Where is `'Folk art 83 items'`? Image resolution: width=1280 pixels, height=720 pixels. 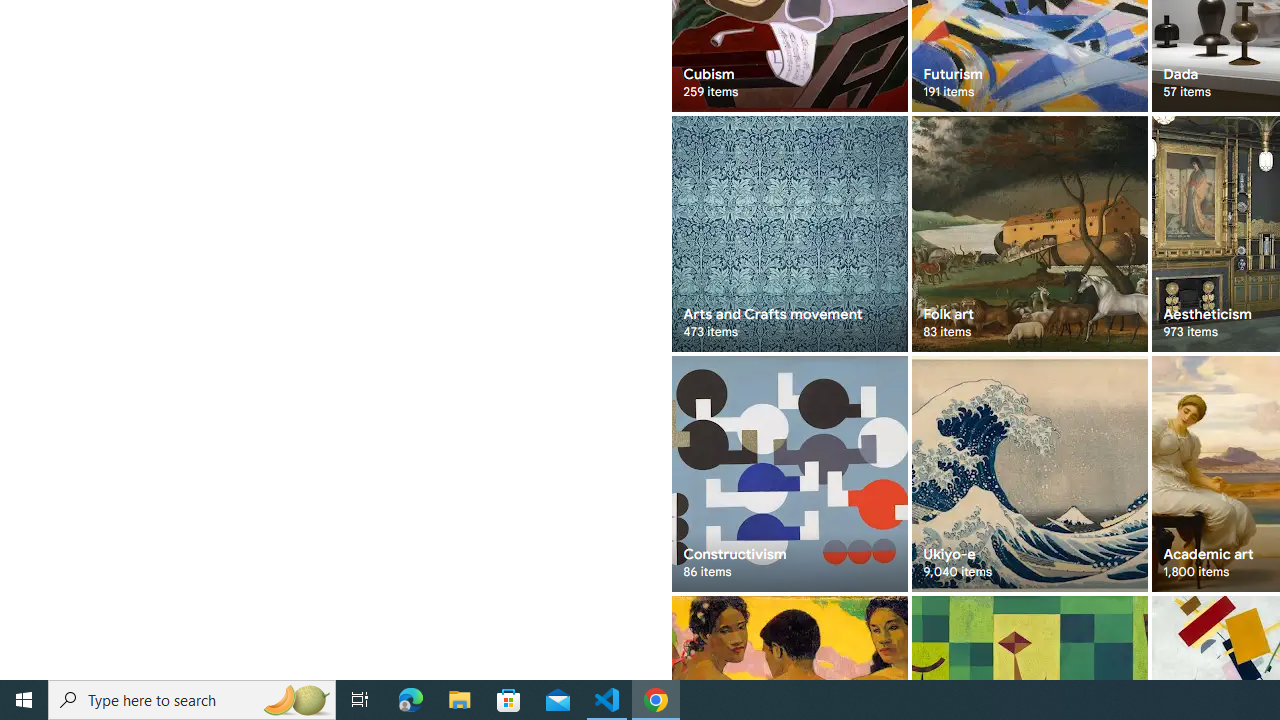 'Folk art 83 items' is located at coordinates (1029, 233).